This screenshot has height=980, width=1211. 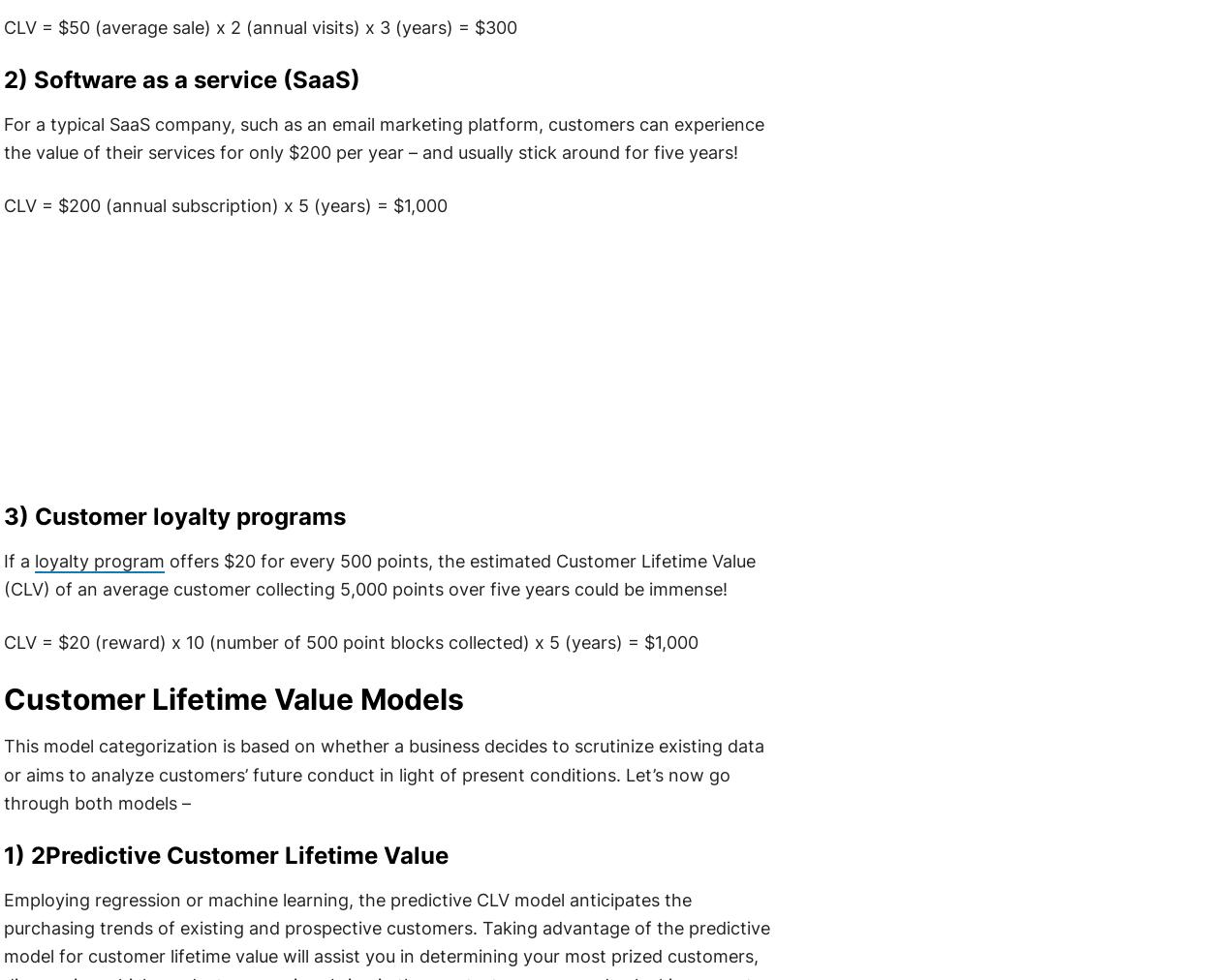 What do you see at coordinates (232, 698) in the screenshot?
I see `'Customer Lifetime Value Models'` at bounding box center [232, 698].